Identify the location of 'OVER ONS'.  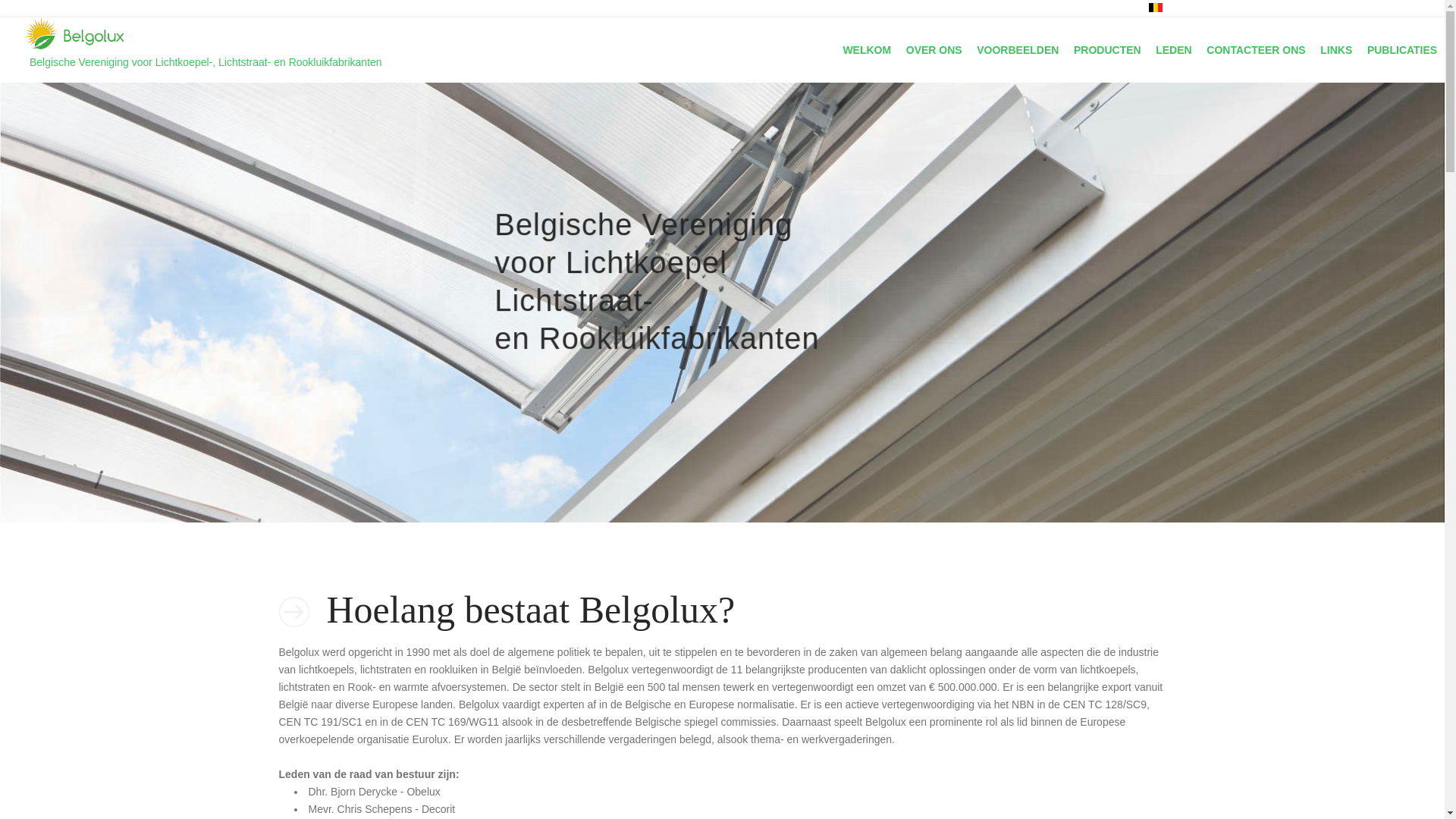
(934, 49).